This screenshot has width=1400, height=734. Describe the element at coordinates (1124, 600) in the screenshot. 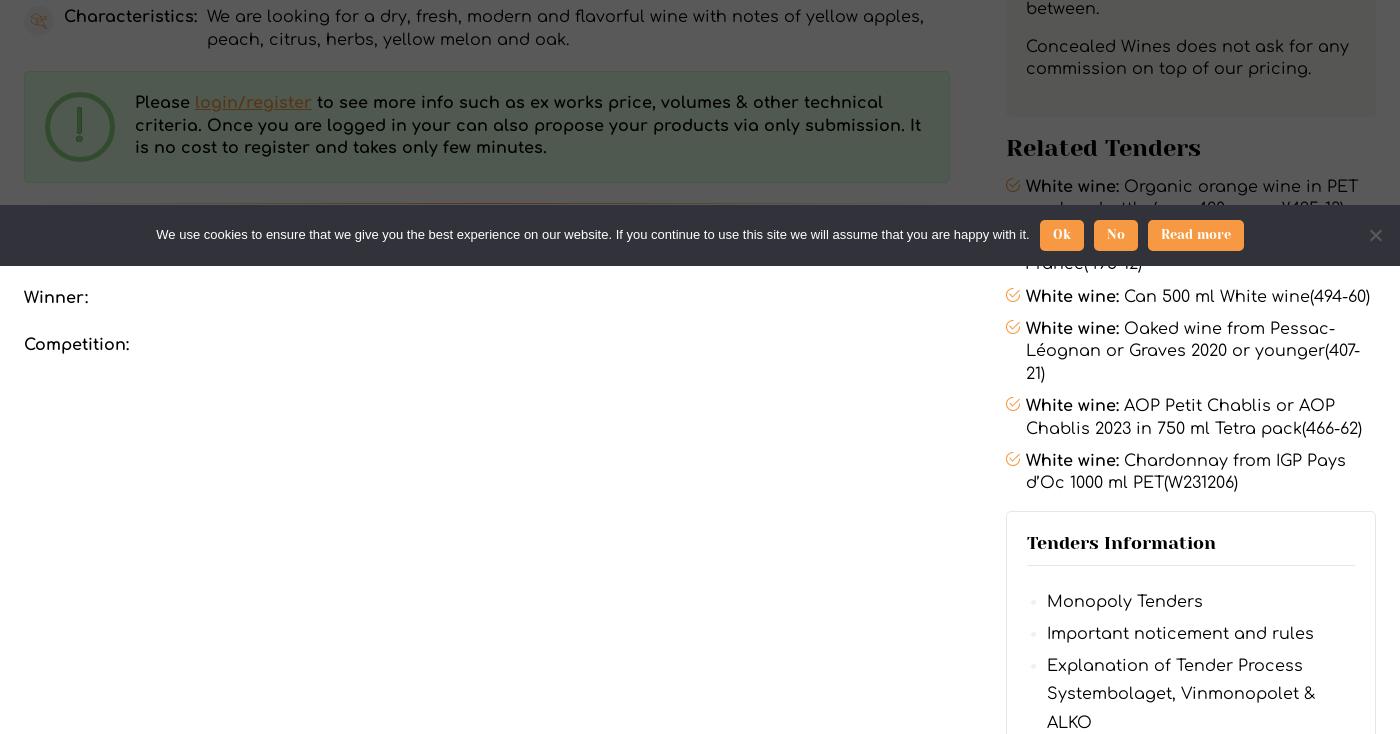

I see `'Monopoly Tenders'` at that location.